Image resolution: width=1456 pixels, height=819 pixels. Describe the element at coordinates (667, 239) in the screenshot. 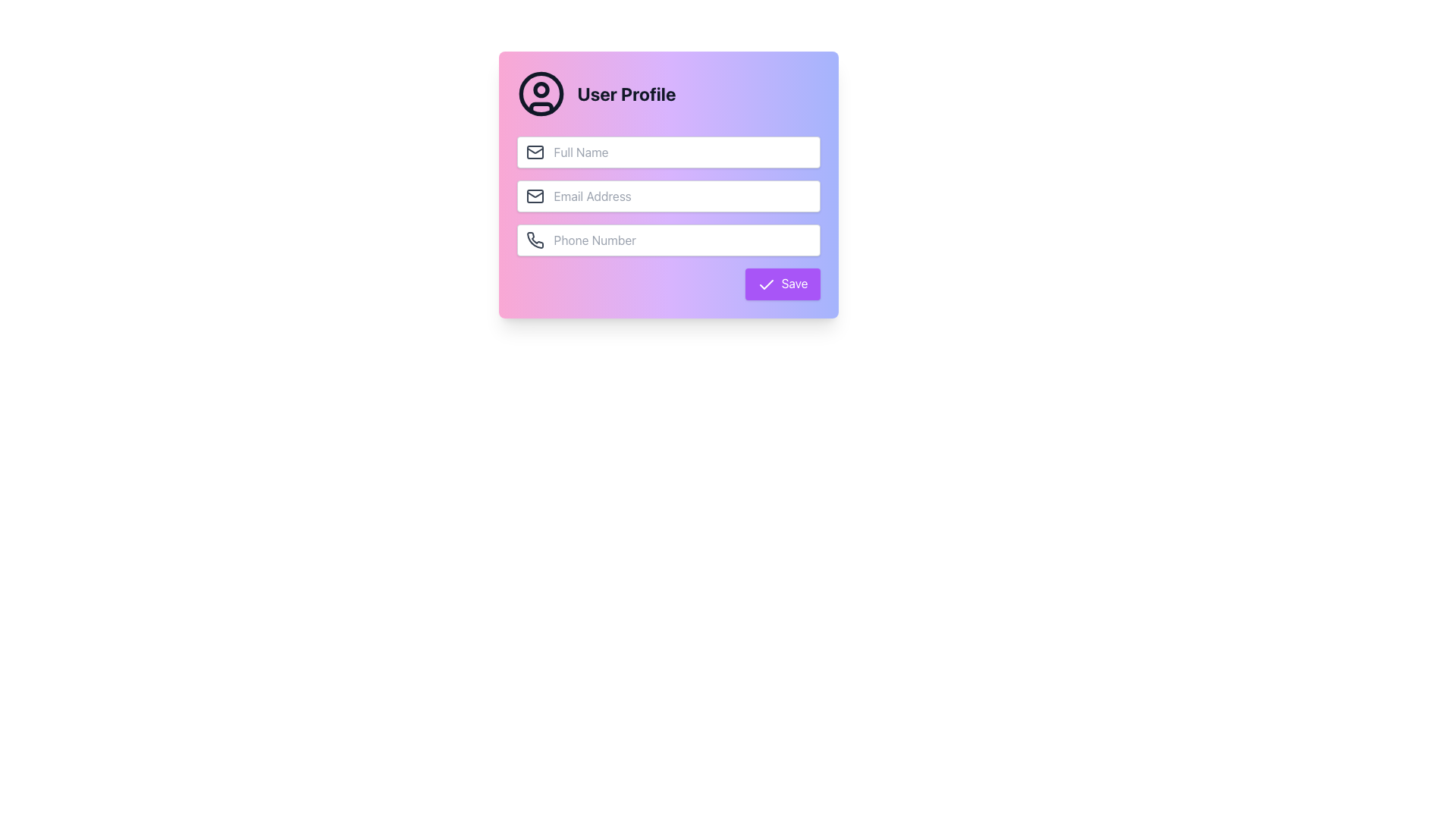

I see `to focus on the phone number input field, which is the third input field in the form, located below the 'Email Address' field and above the 'Save' button` at that location.